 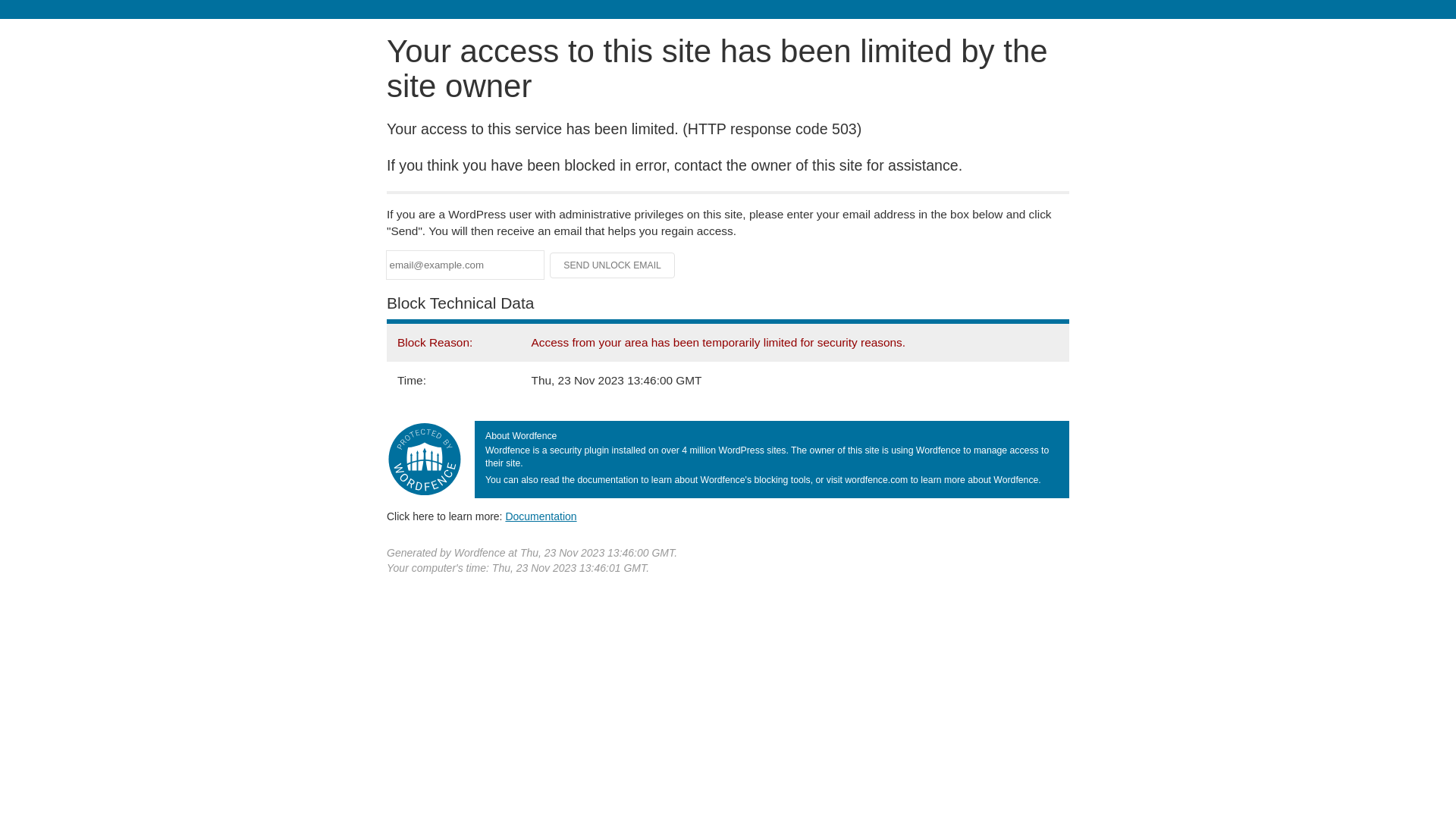 I want to click on 'Send Unlock Email', so click(x=612, y=265).